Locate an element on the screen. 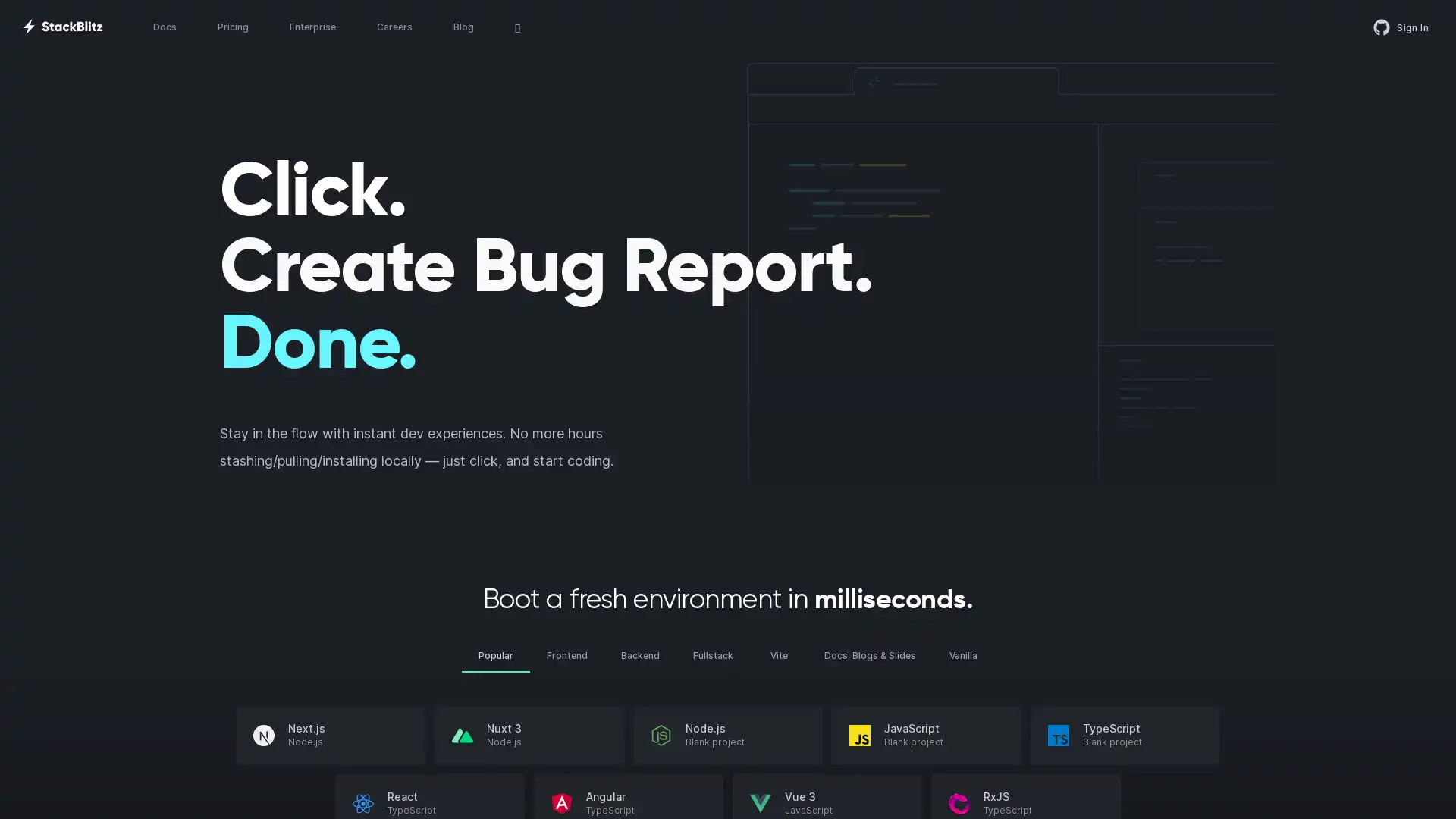  Popular is located at coordinates (495, 654).